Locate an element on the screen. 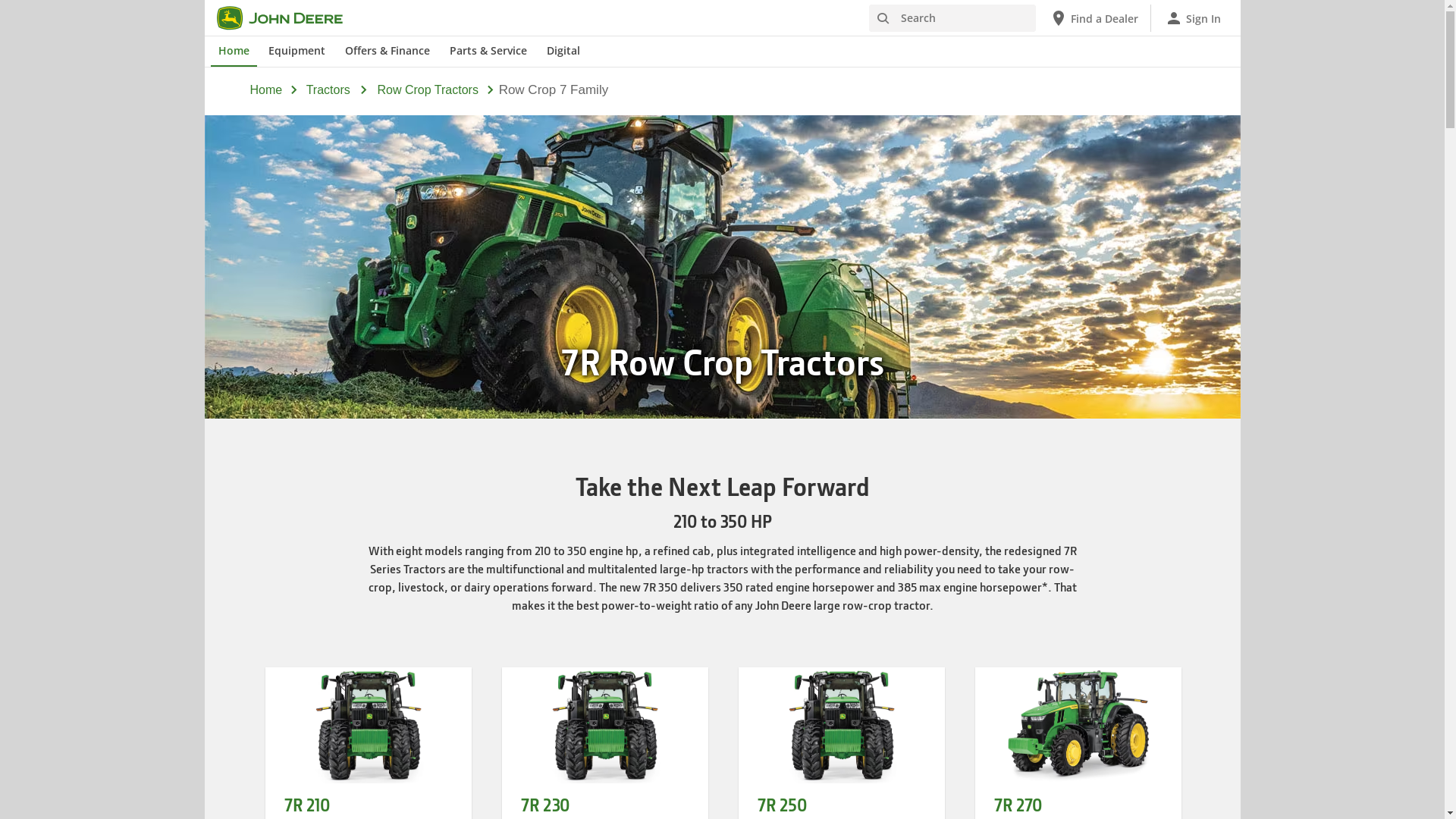  'Sign In' is located at coordinates (1192, 17).